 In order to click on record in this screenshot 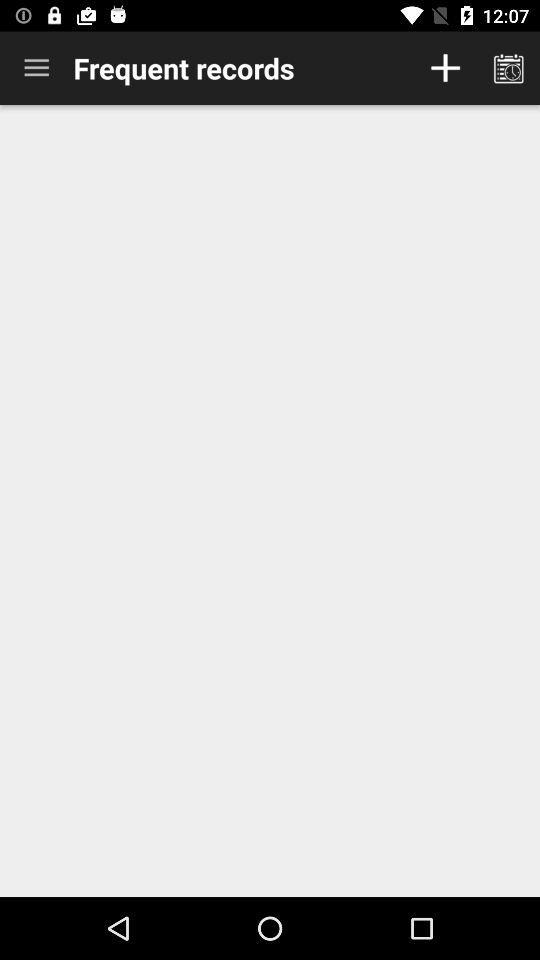, I will do `click(445, 68)`.